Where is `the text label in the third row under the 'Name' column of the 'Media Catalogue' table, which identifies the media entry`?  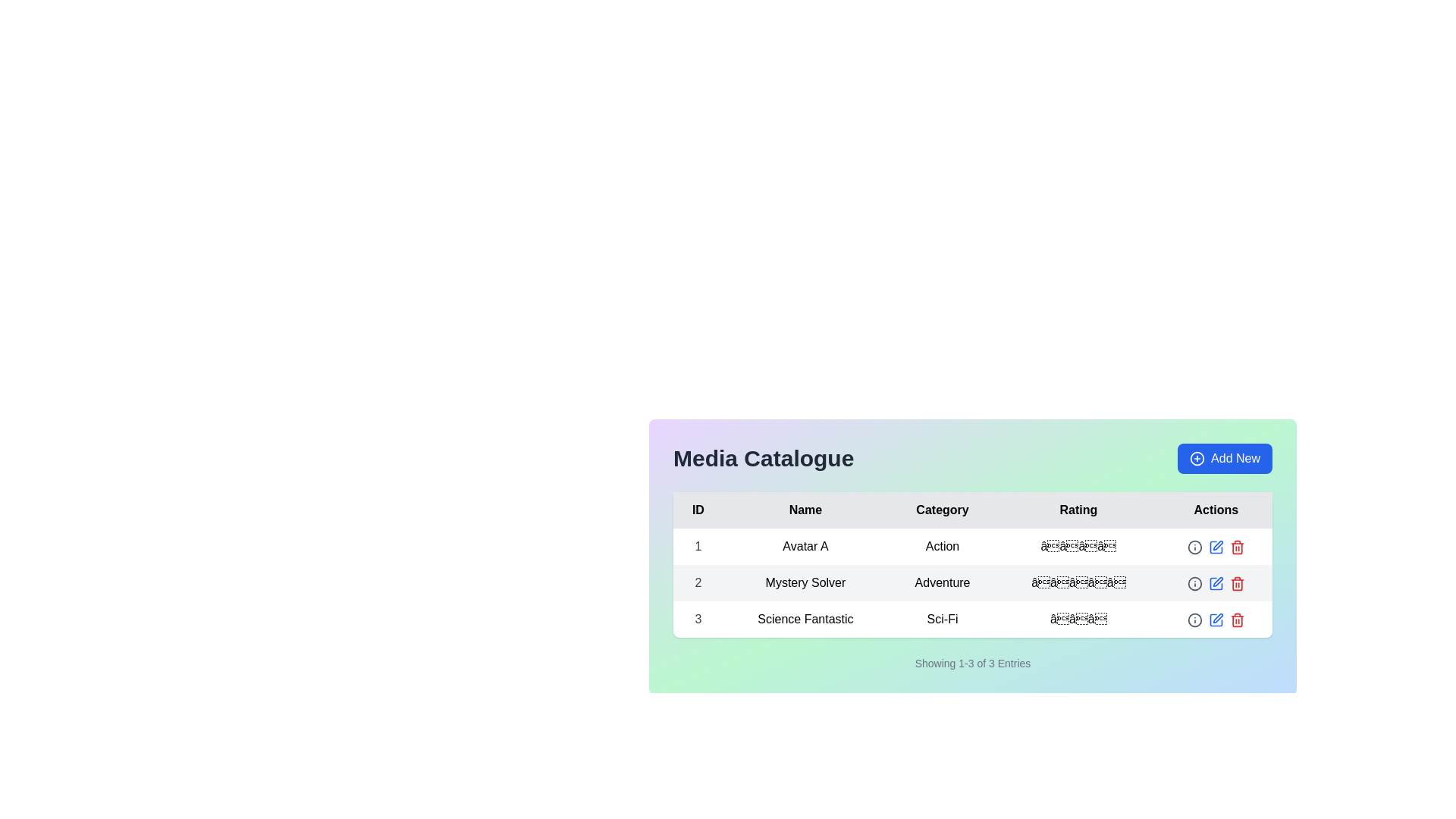
the text label in the third row under the 'Name' column of the 'Media Catalogue' table, which identifies the media entry is located at coordinates (805, 620).